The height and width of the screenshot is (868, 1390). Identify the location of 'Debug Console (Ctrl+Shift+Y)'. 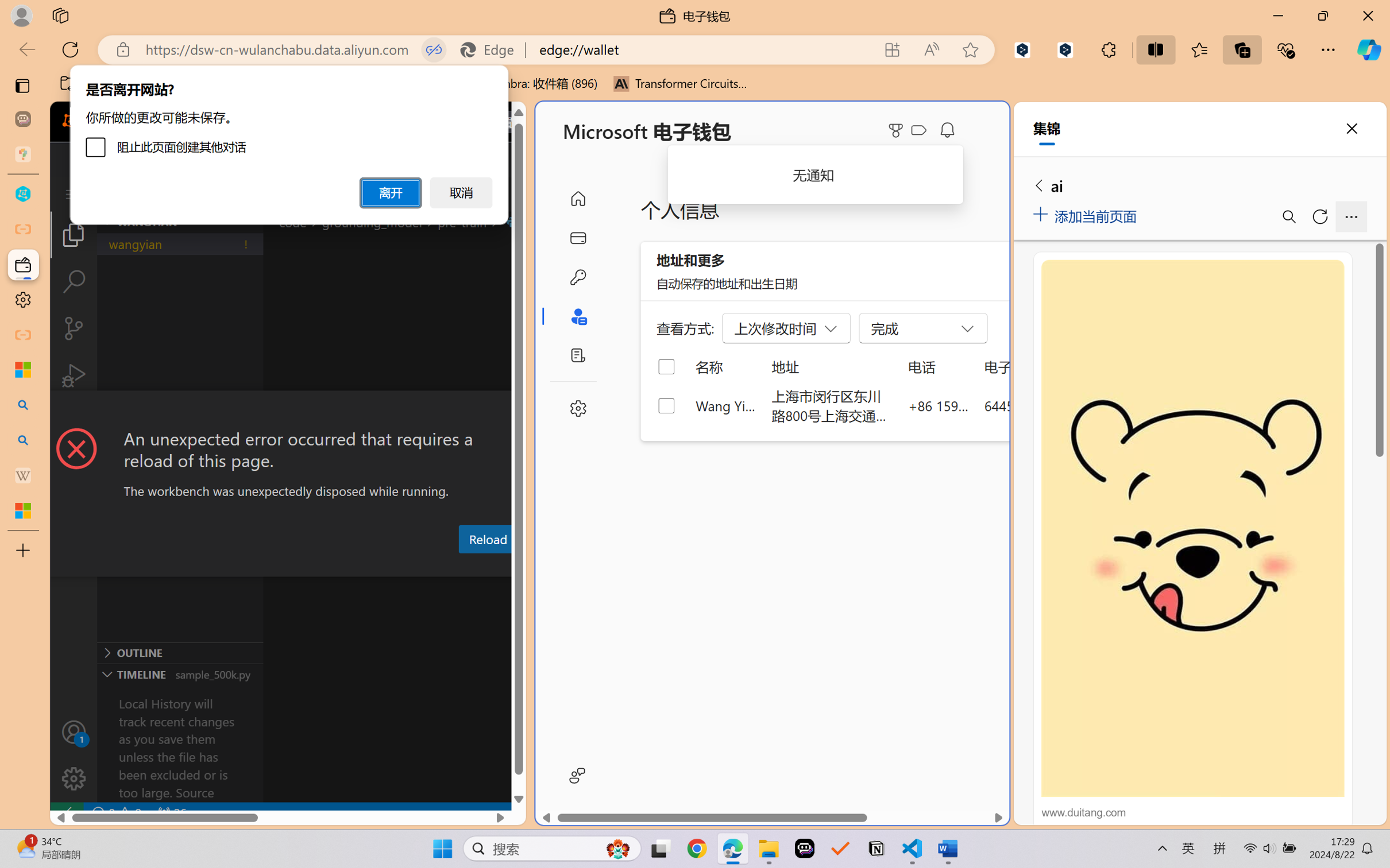
(464, 566).